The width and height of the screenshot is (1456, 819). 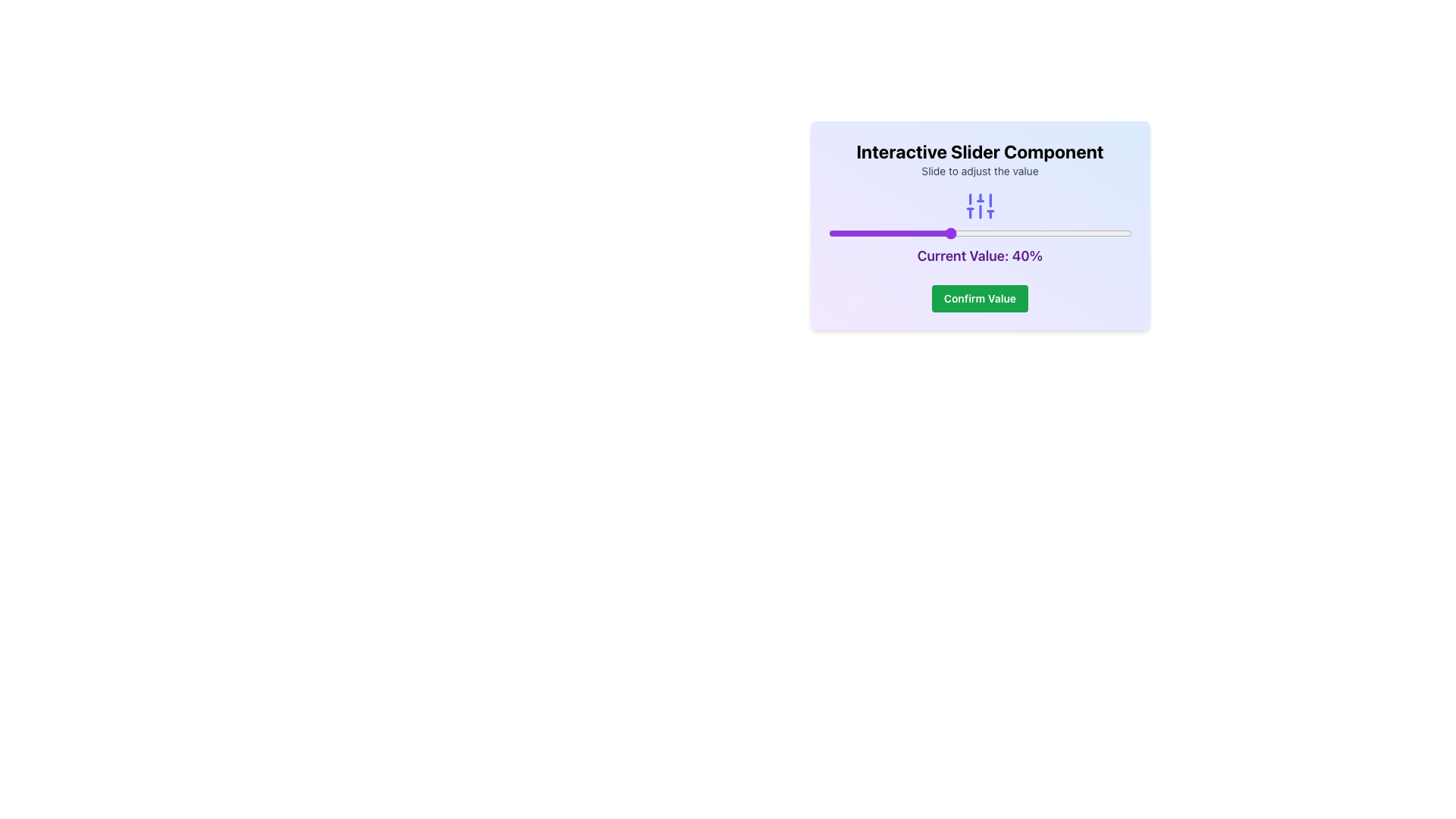 What do you see at coordinates (1052, 234) in the screenshot?
I see `the slider value` at bounding box center [1052, 234].